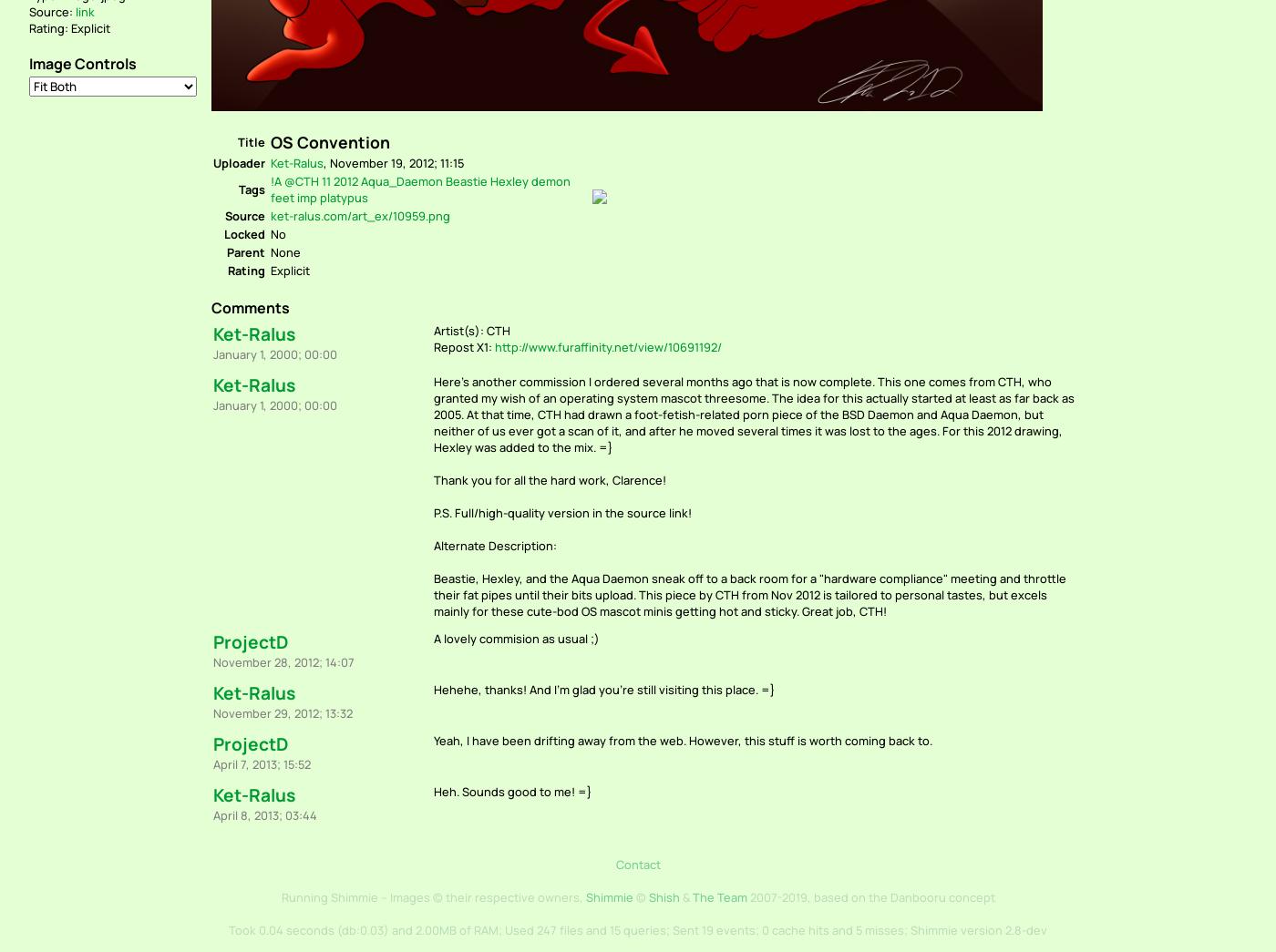 The width and height of the screenshot is (1276, 952). I want to click on 'No', so click(278, 232).